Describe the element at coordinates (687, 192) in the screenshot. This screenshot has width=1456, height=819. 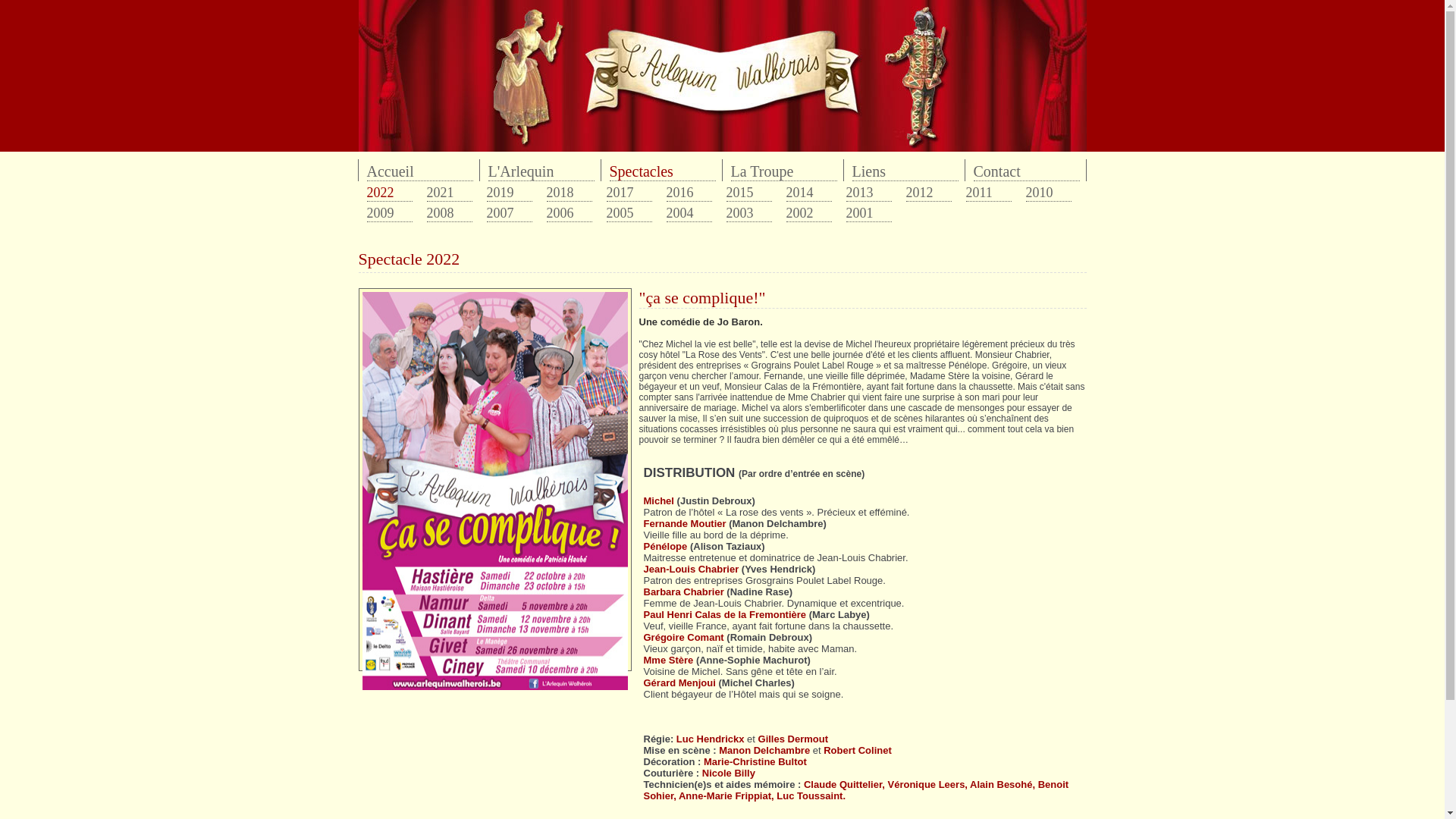
I see `'2016'` at that location.